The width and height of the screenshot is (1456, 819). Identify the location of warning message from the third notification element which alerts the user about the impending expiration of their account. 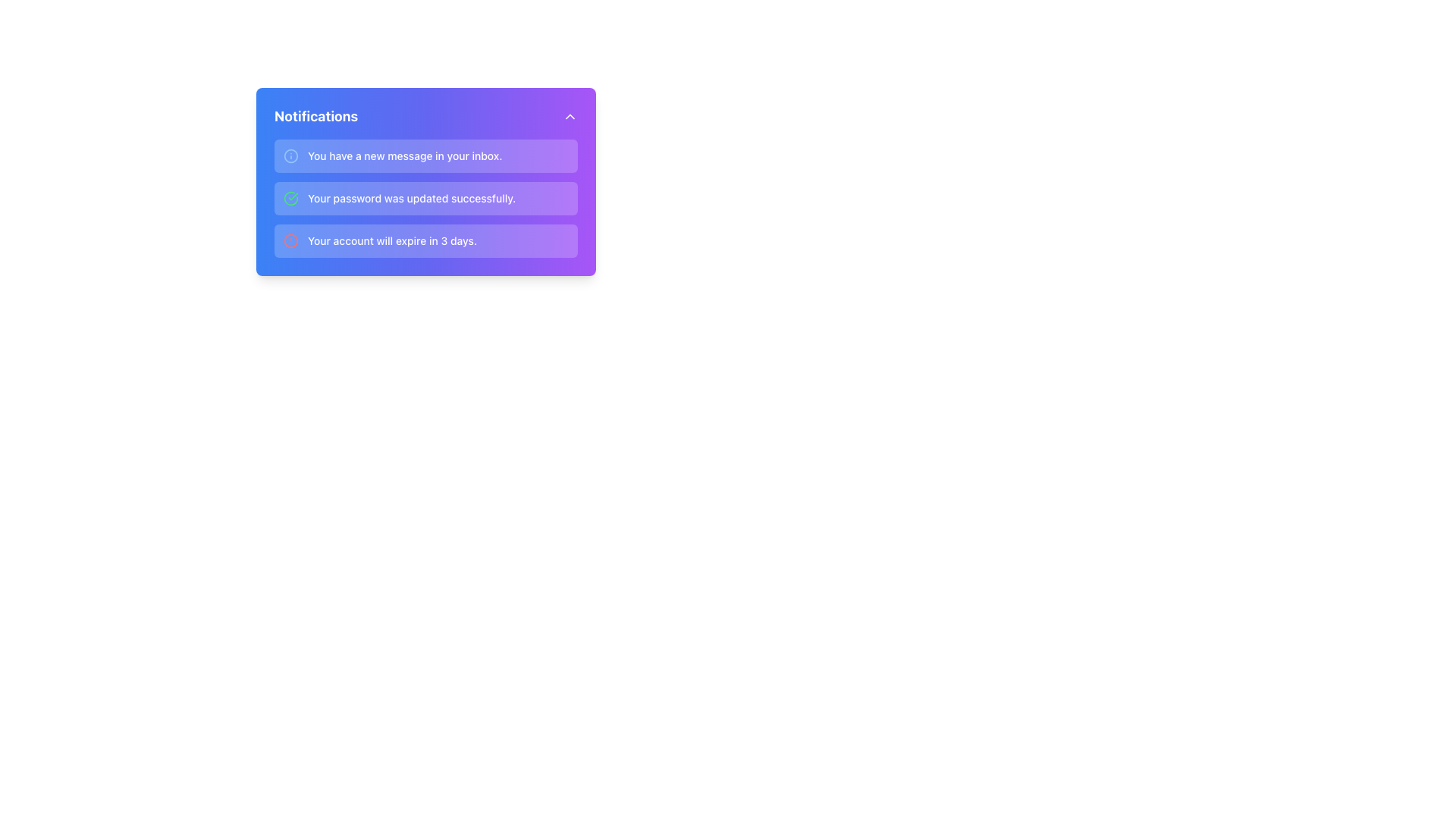
(425, 240).